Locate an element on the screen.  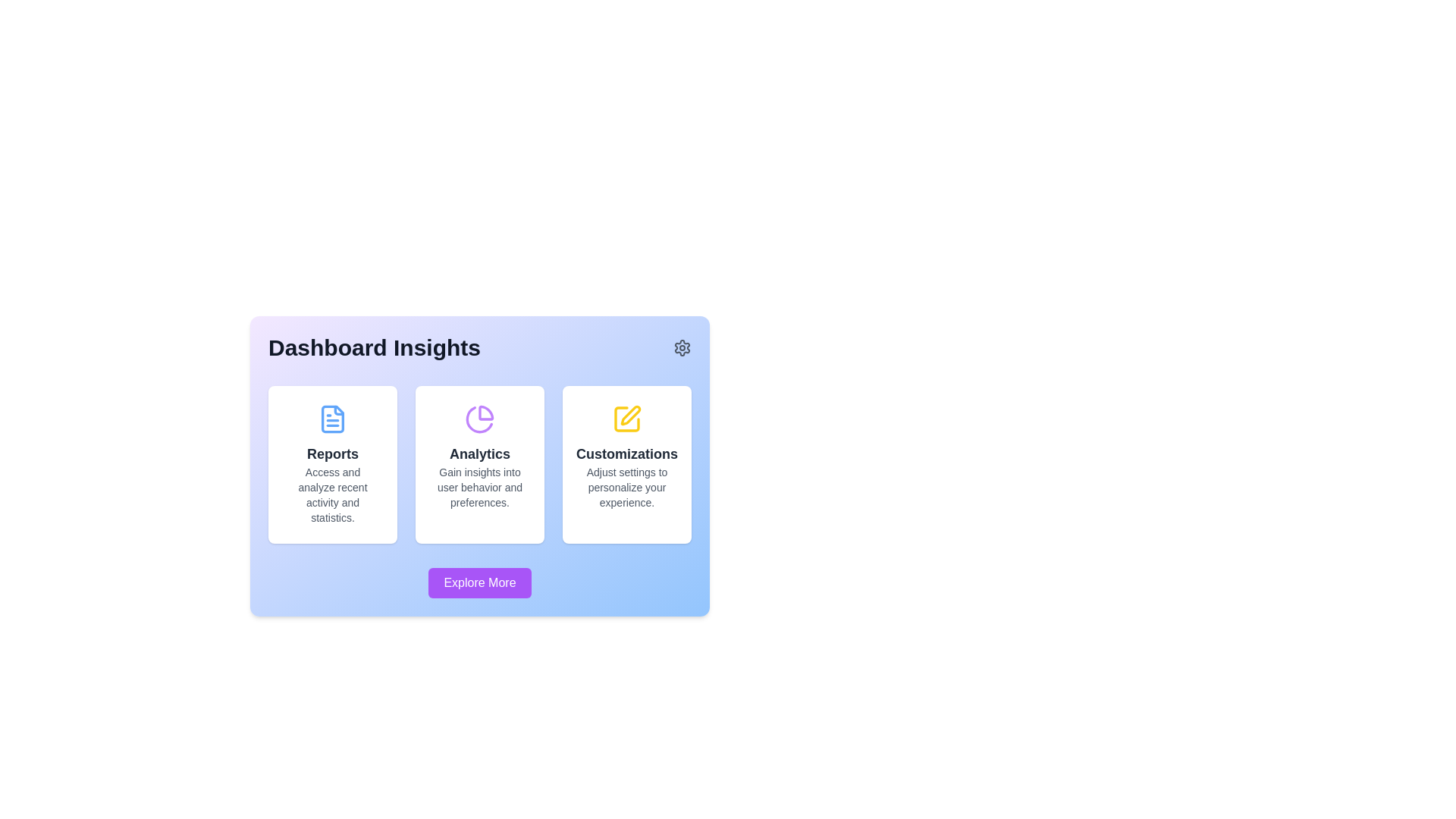
the 'Analytics' Card located in the middle of the three-column grid layout on the Dashboard Insights section is located at coordinates (479, 464).